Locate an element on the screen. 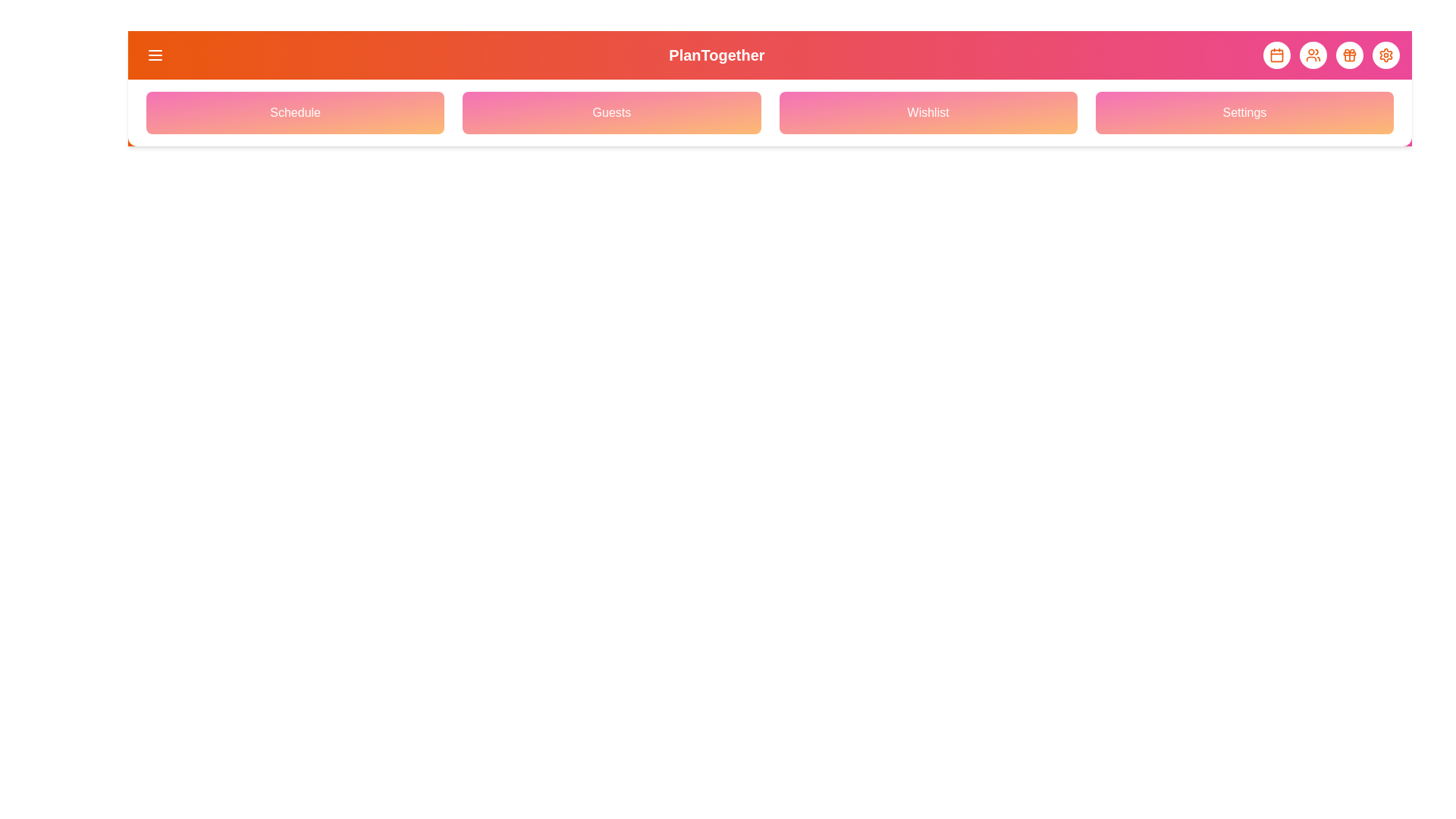 The height and width of the screenshot is (819, 1456). the menu icon to toggle the navigation menu is located at coordinates (155, 55).